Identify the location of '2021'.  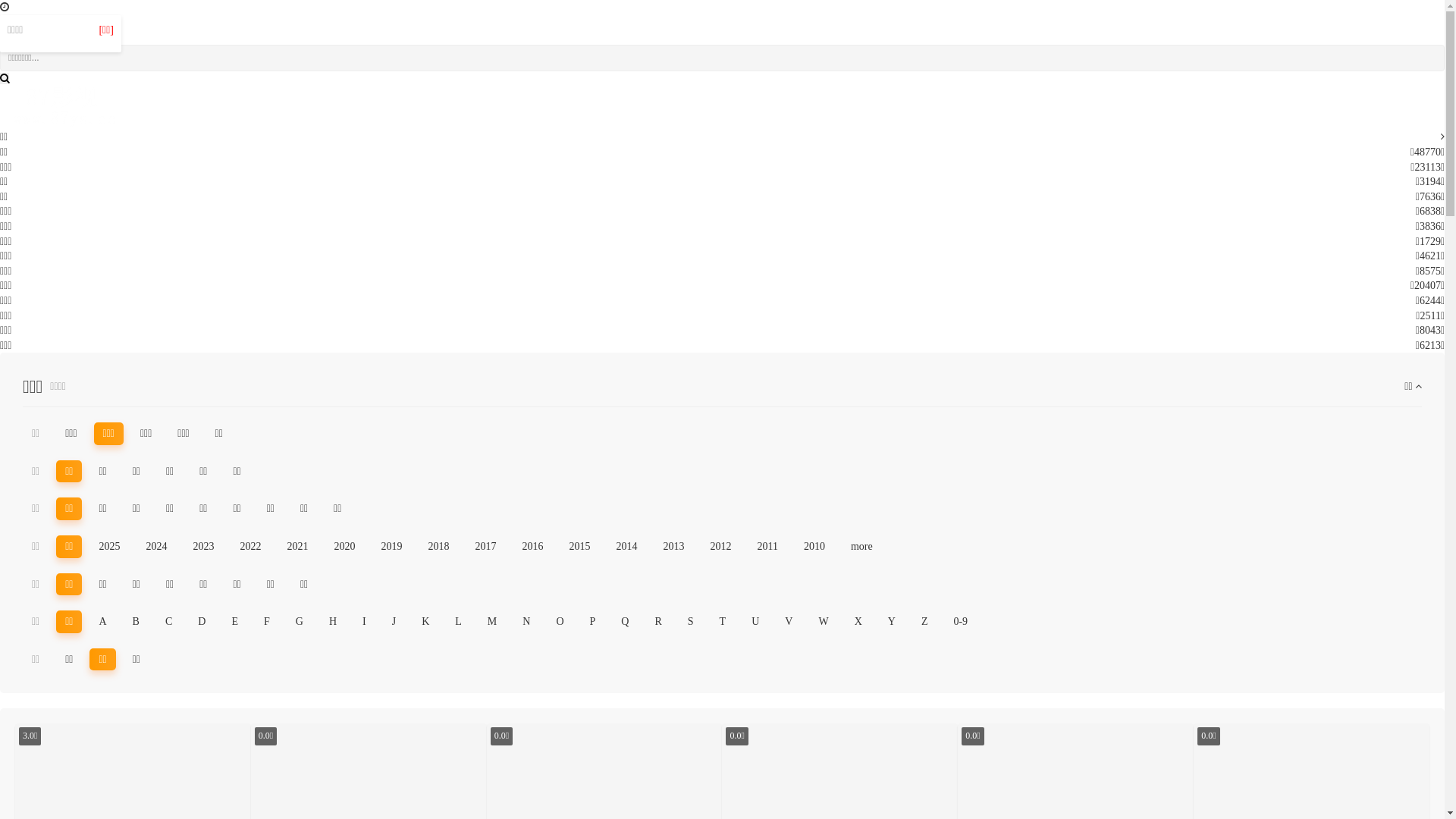
(297, 547).